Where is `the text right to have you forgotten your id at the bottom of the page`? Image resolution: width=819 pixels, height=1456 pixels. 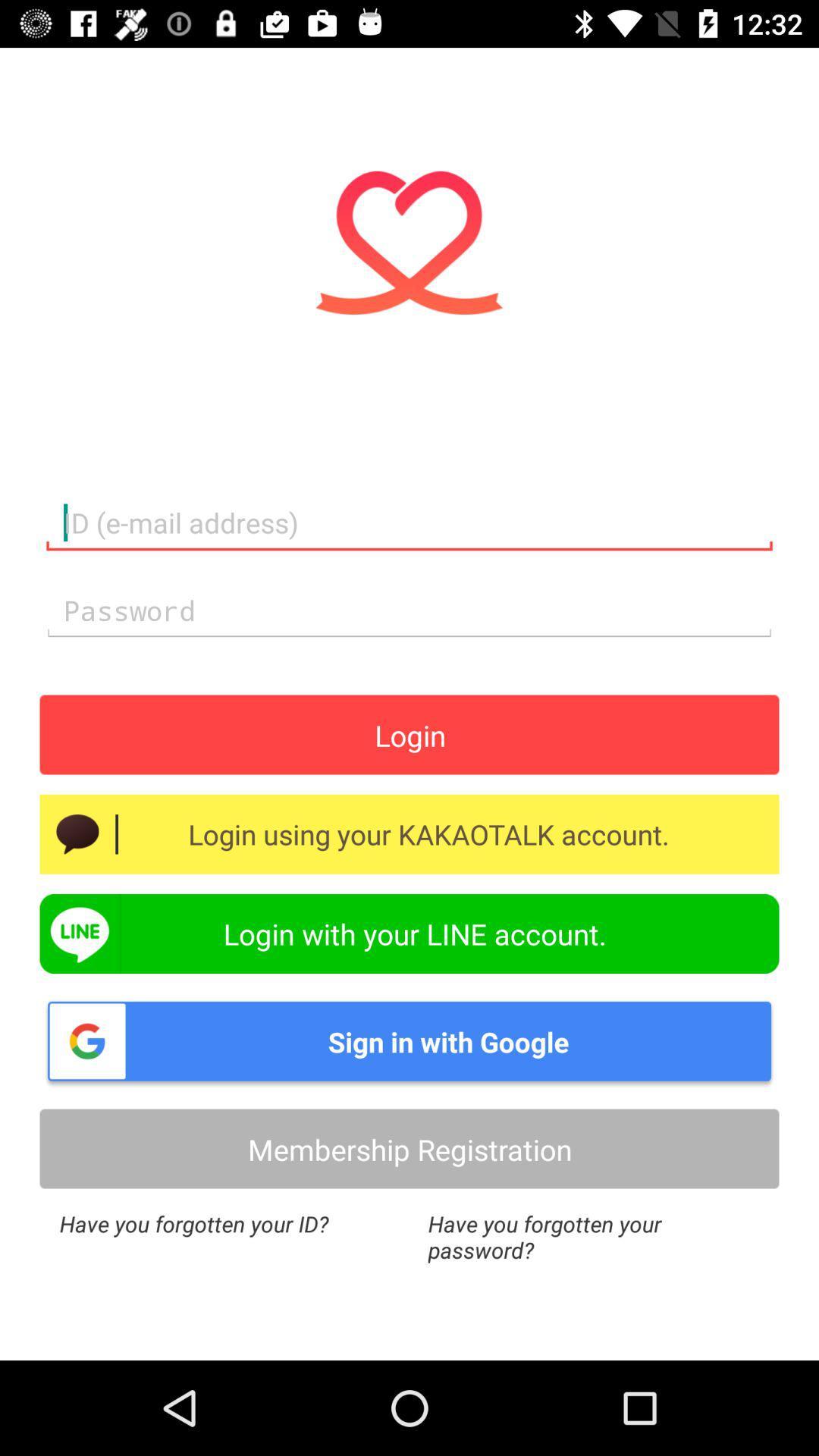 the text right to have you forgotten your id at the bottom of the page is located at coordinates (593, 1237).